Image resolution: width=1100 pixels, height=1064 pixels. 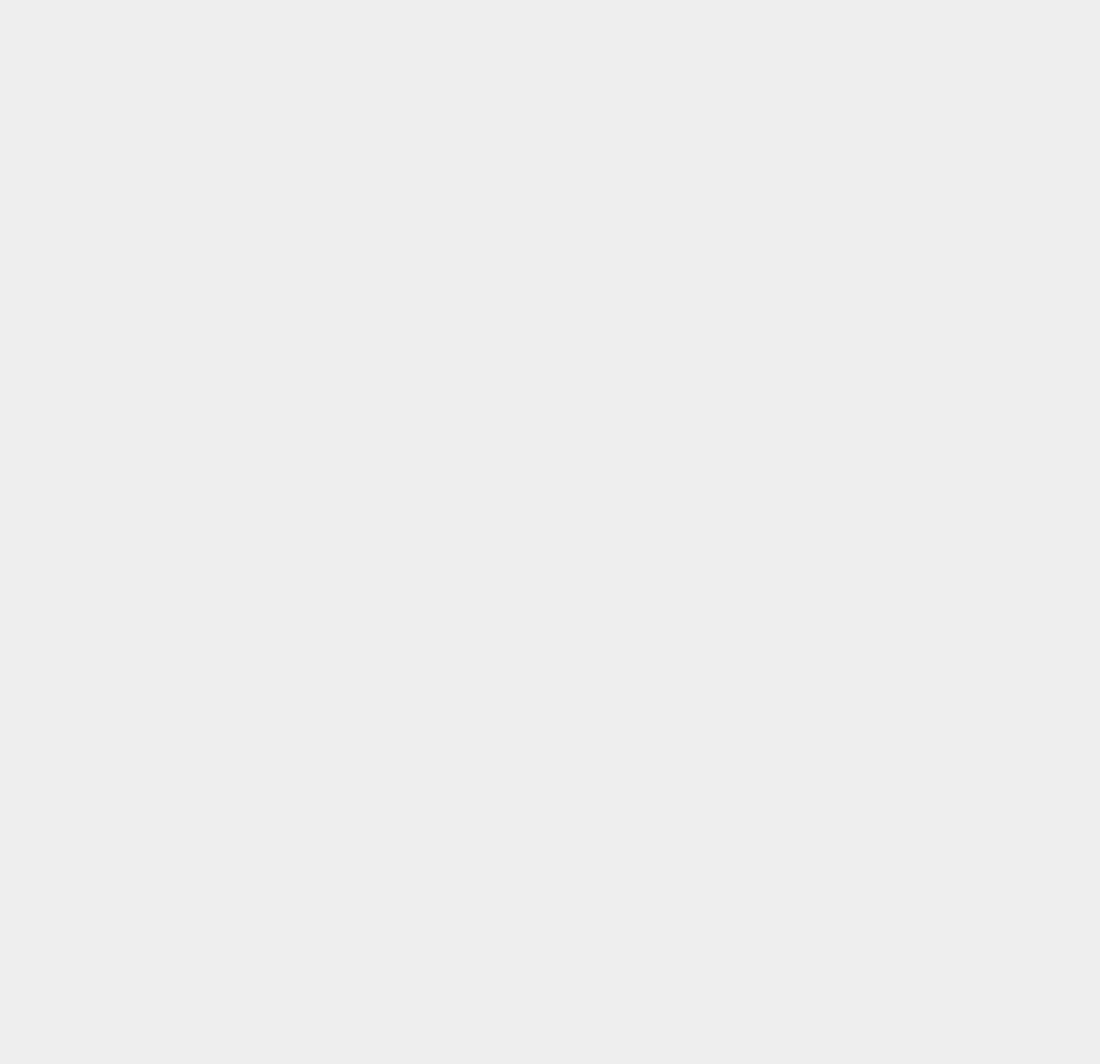 I want to click on 'Lenovo ThinkPad', so click(x=831, y=226).